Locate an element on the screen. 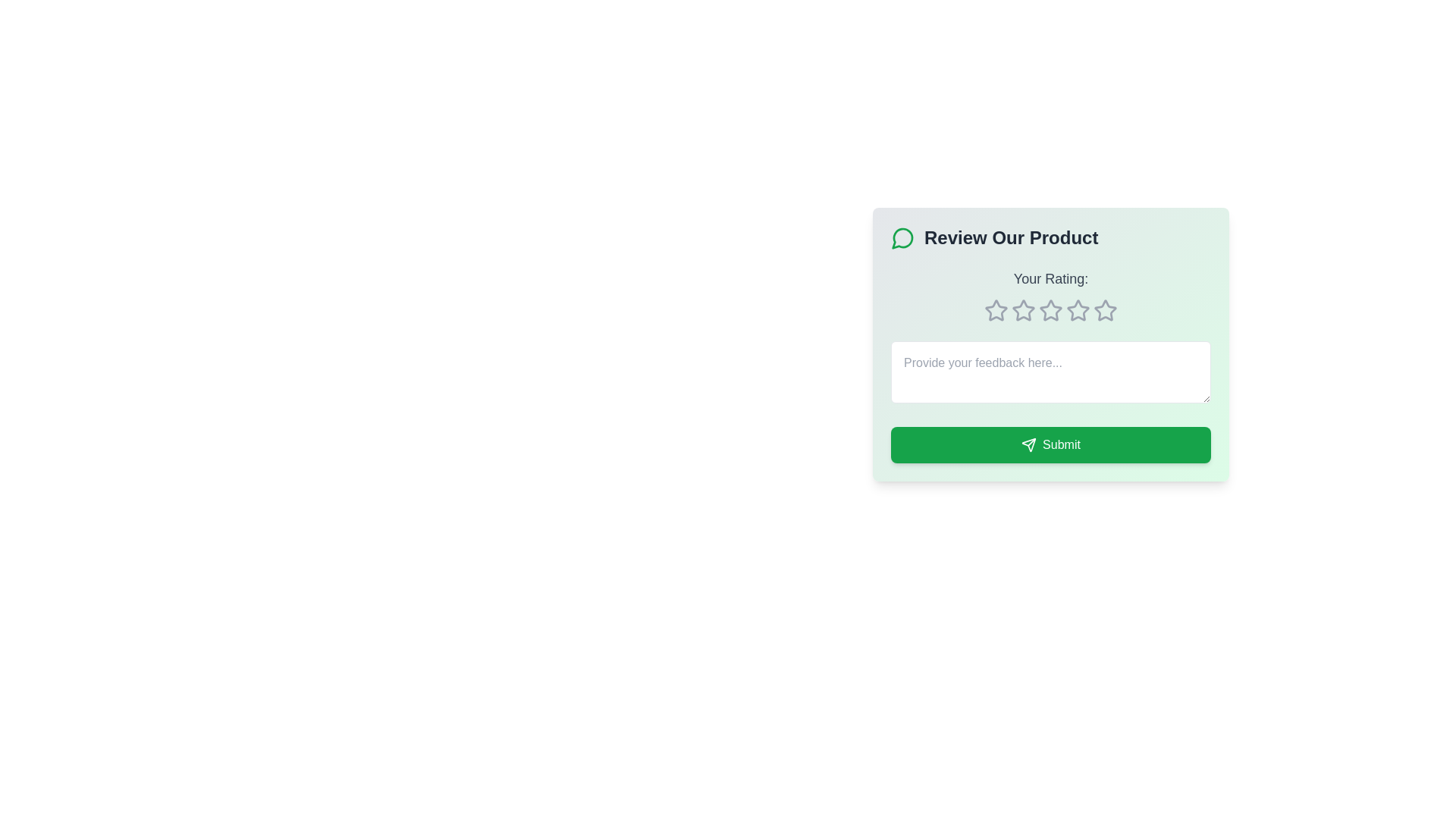 The width and height of the screenshot is (1456, 819). the star in the Rating selector to set the rating below the title 'Review Our Product' and above the text input field is located at coordinates (1050, 295).